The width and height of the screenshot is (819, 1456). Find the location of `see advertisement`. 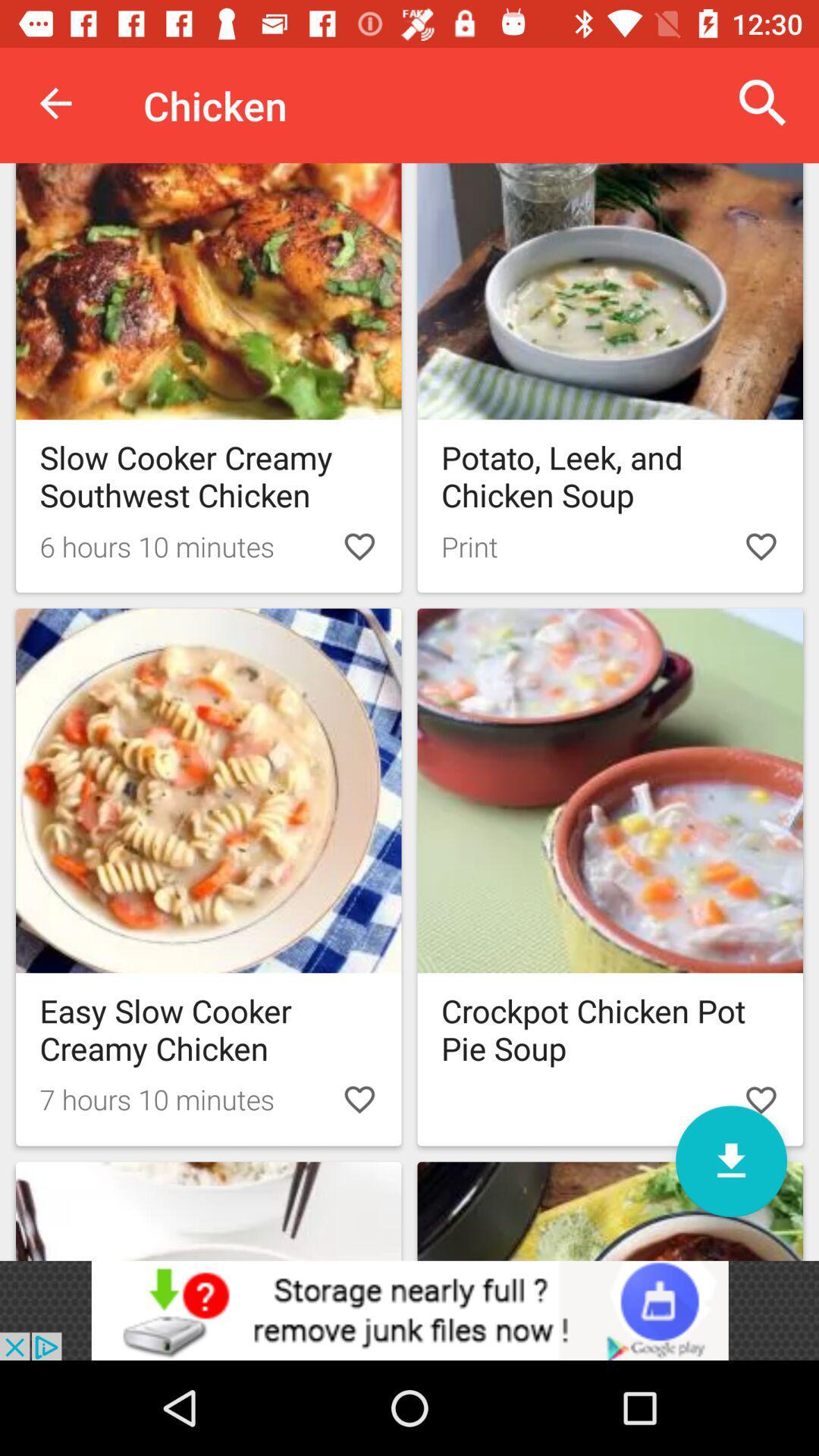

see advertisement is located at coordinates (409, 1310).